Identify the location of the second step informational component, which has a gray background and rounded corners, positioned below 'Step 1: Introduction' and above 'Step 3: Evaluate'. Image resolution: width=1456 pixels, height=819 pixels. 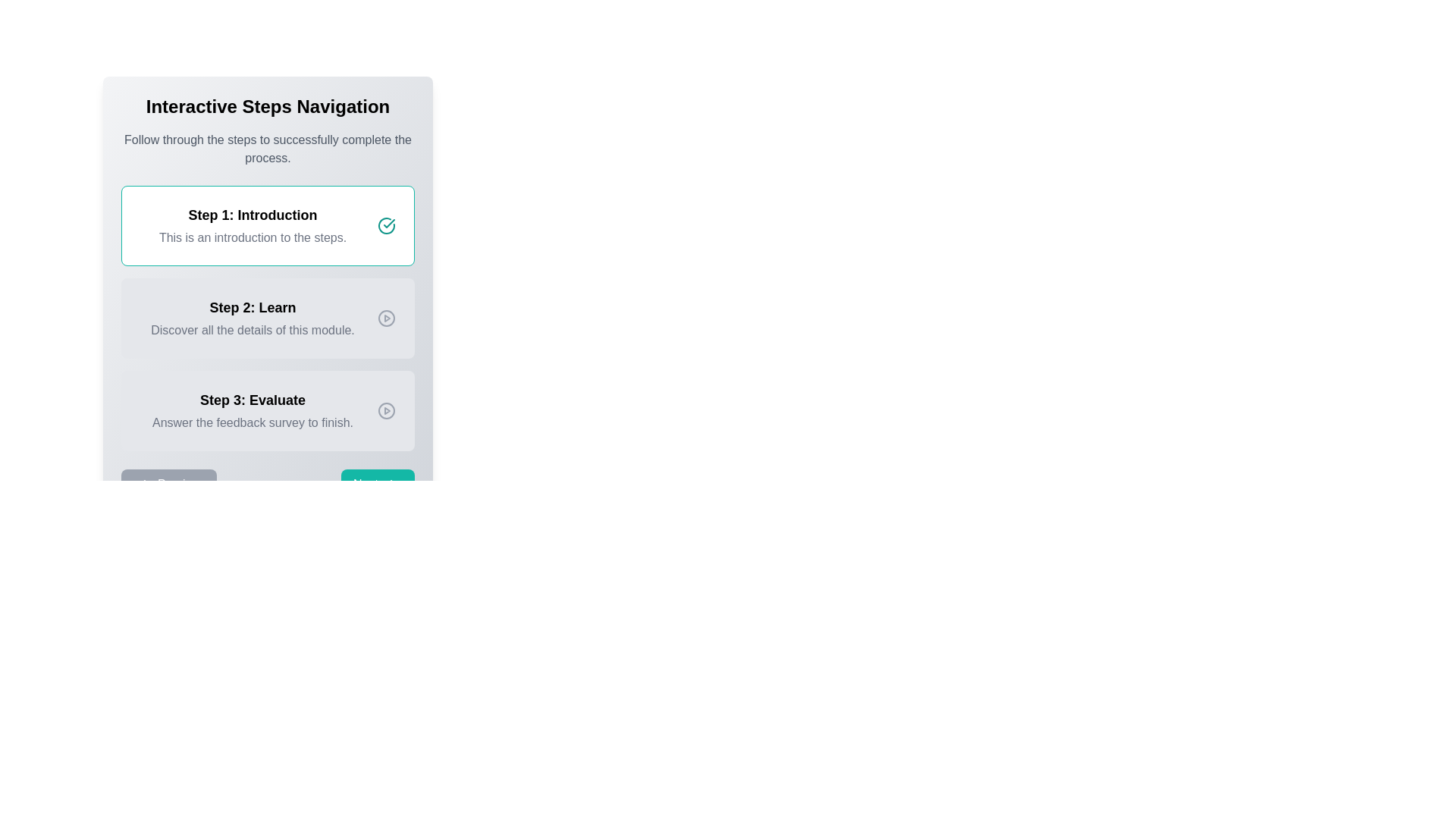
(268, 318).